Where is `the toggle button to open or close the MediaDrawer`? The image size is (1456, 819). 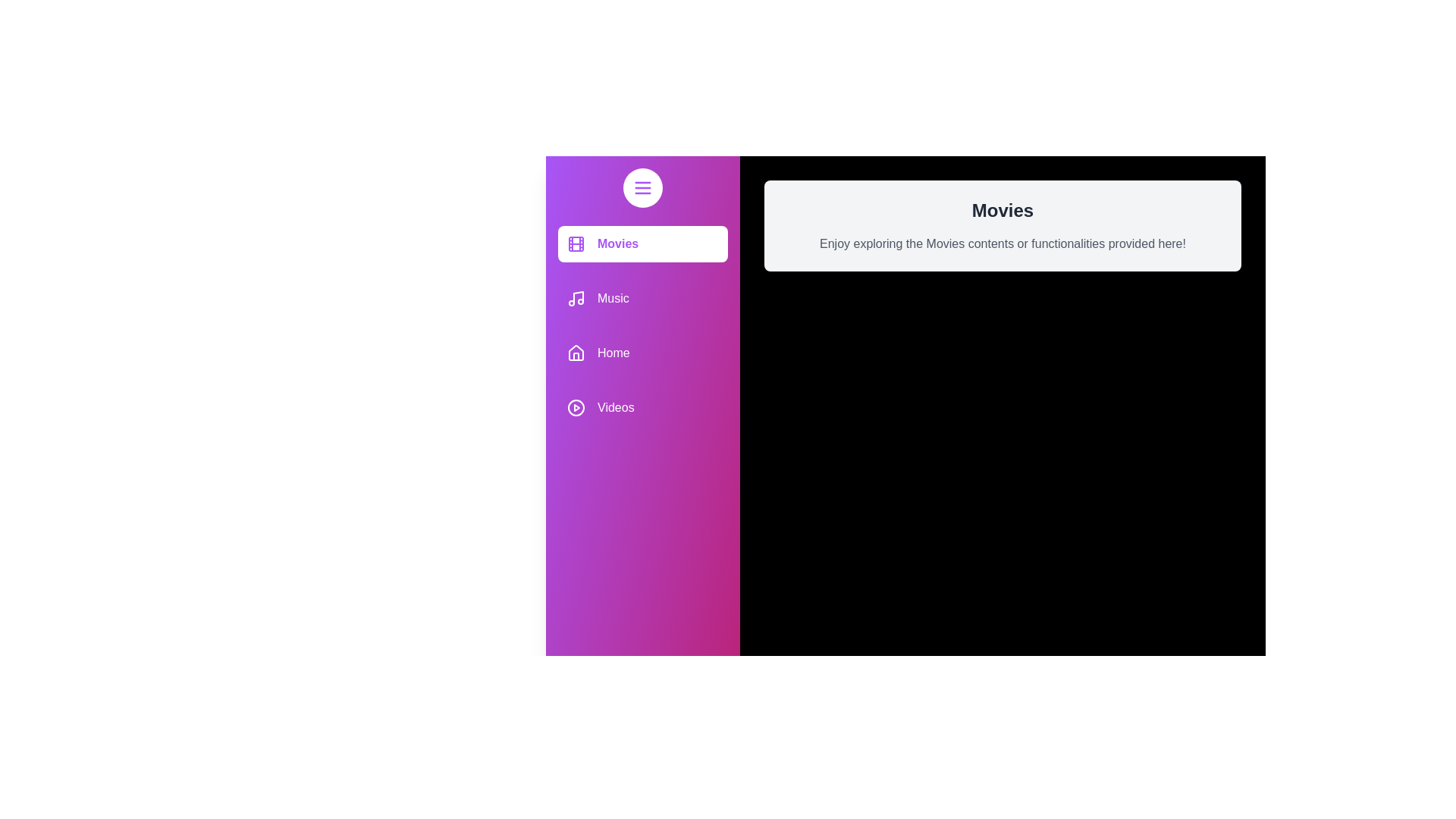 the toggle button to open or close the MediaDrawer is located at coordinates (643, 187).